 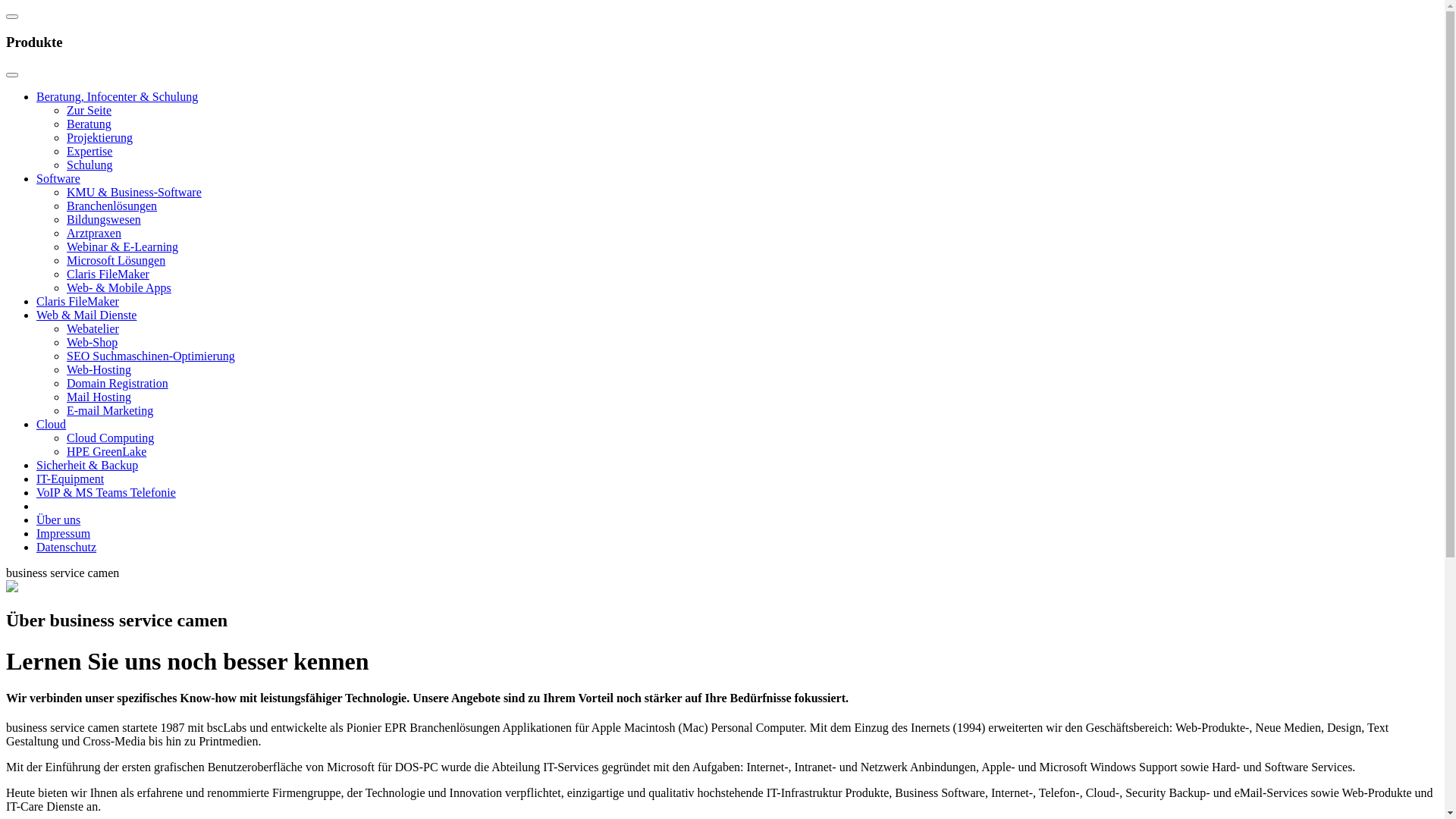 What do you see at coordinates (134, 191) in the screenshot?
I see `'KMU & Business-Software'` at bounding box center [134, 191].